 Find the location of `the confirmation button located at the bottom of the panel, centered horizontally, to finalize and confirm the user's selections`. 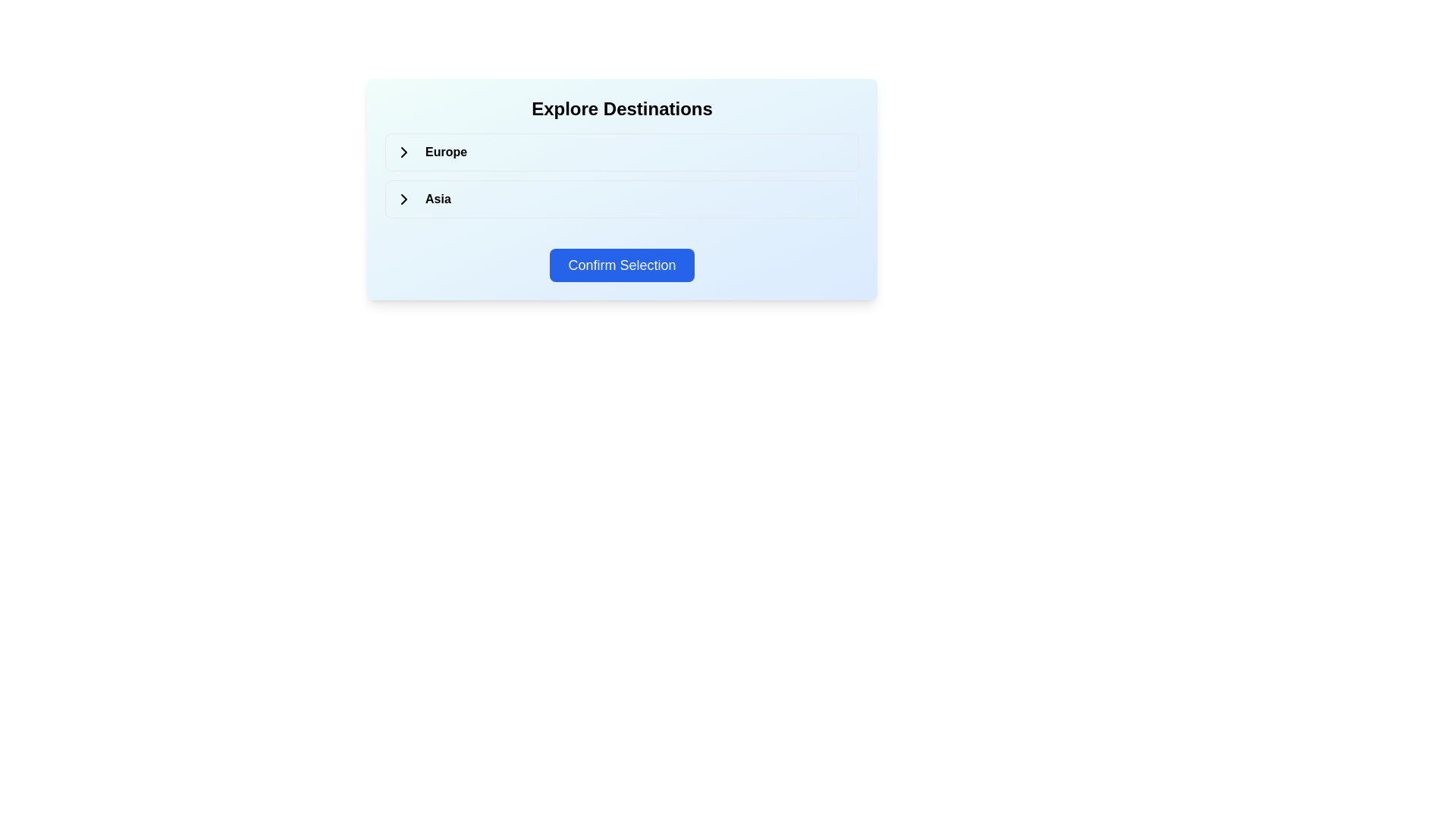

the confirmation button located at the bottom of the panel, centered horizontally, to finalize and confirm the user's selections is located at coordinates (622, 265).